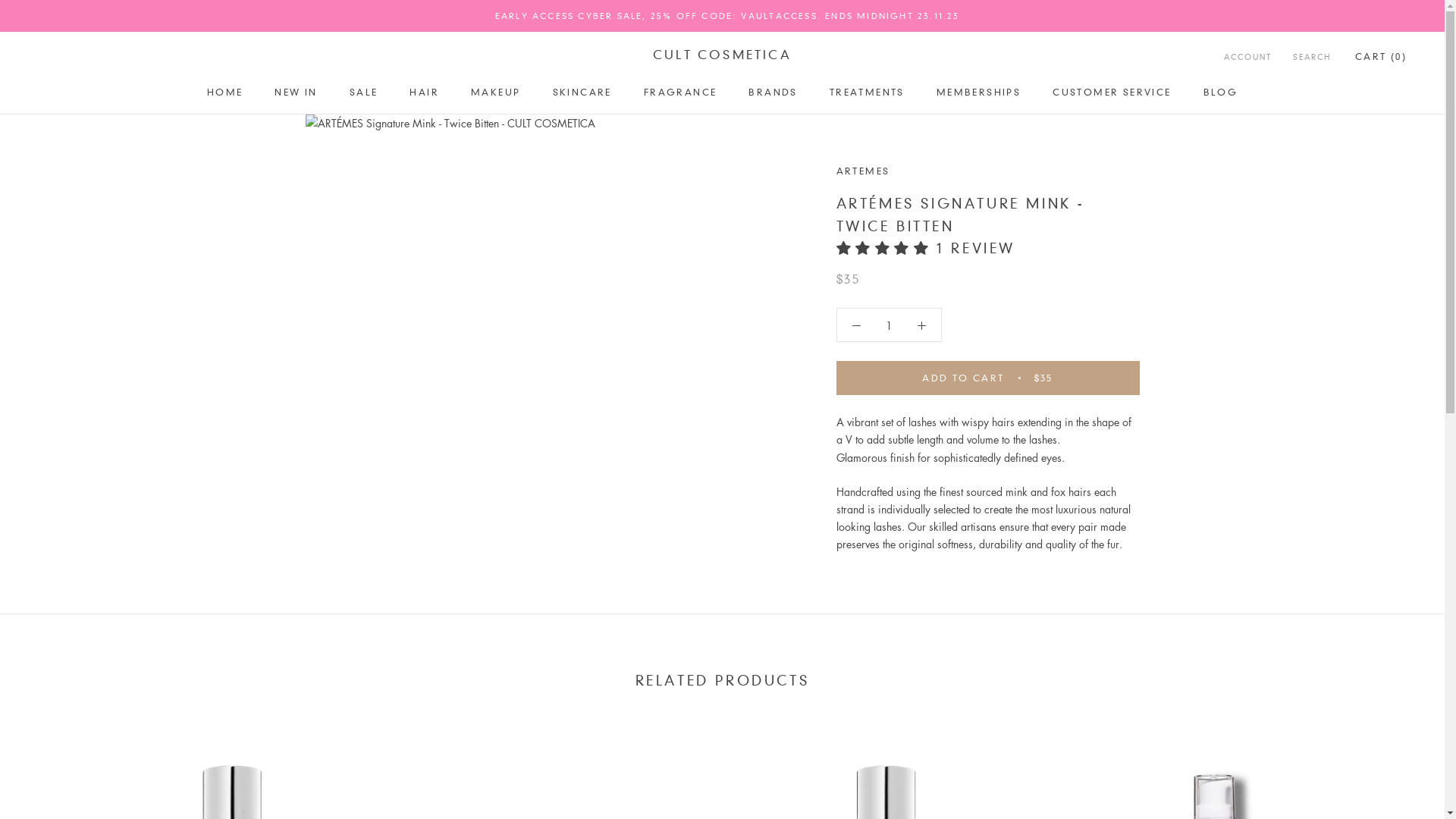 The image size is (1456, 819). Describe the element at coordinates (721, 55) in the screenshot. I see `'CULT COSMETICA'` at that location.